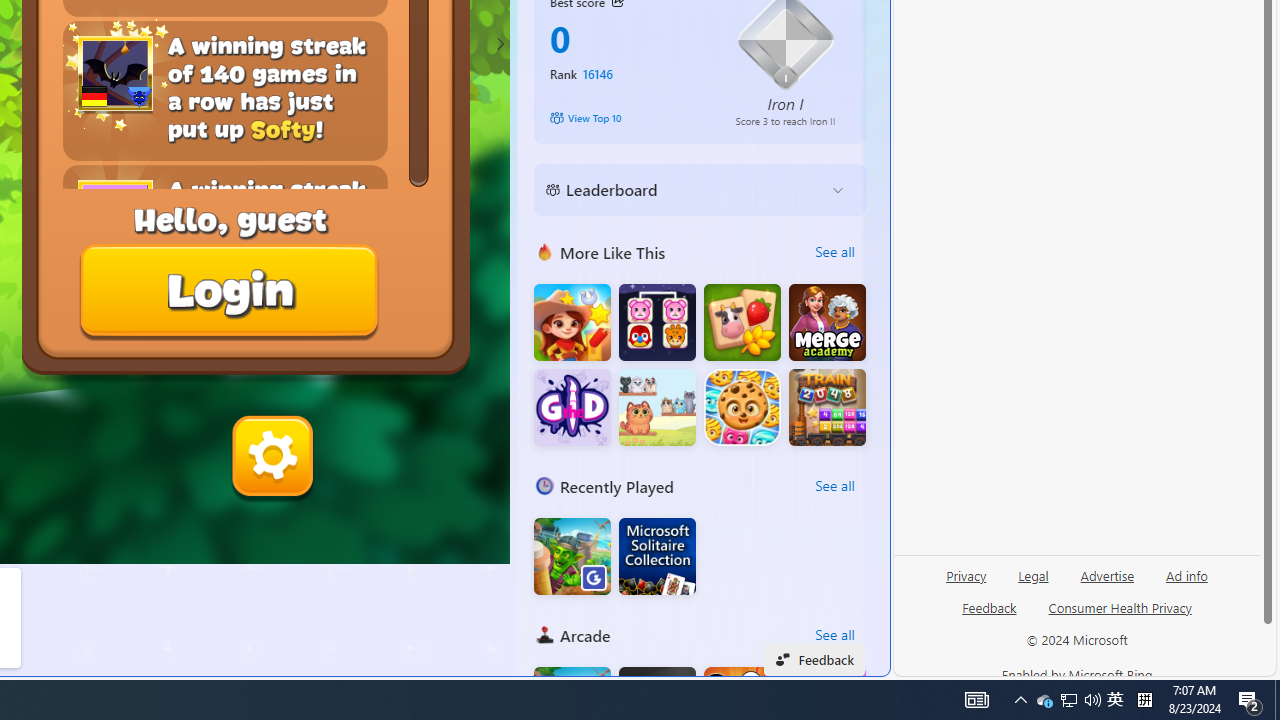 Image resolution: width=1280 pixels, height=720 pixels. What do you see at coordinates (571, 406) in the screenshot?
I see `'Guess the Drawing'` at bounding box center [571, 406].